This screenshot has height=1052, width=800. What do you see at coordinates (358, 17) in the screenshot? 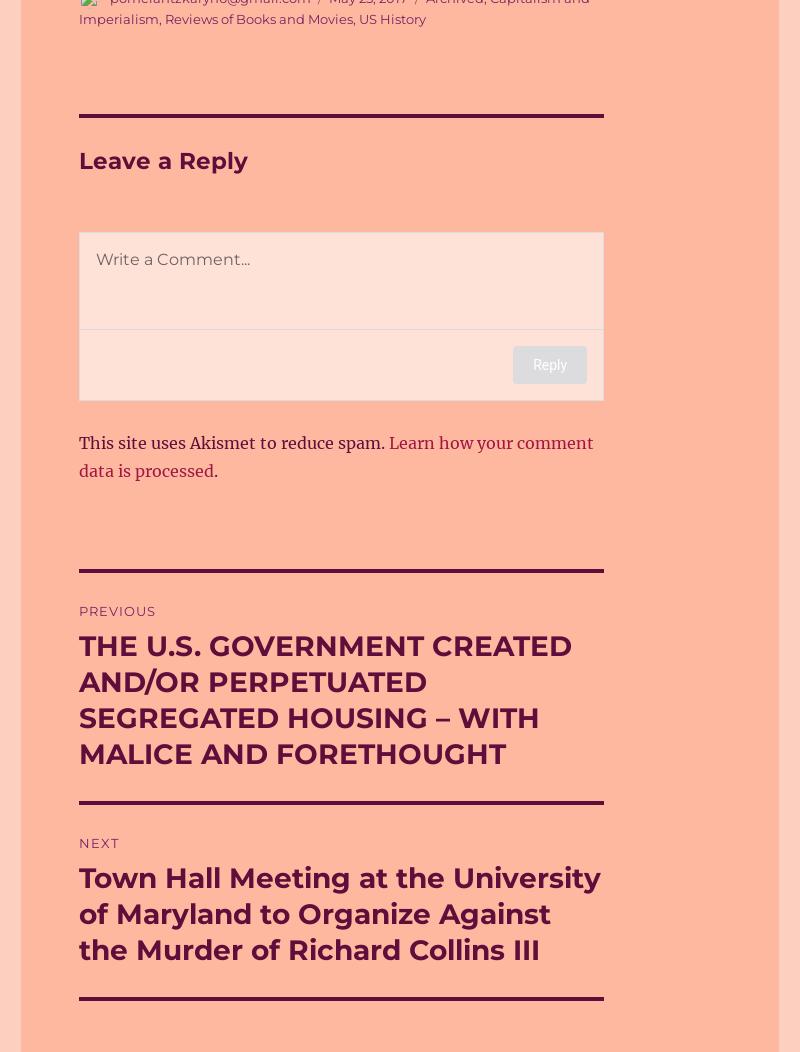
I see `'US History'` at bounding box center [358, 17].